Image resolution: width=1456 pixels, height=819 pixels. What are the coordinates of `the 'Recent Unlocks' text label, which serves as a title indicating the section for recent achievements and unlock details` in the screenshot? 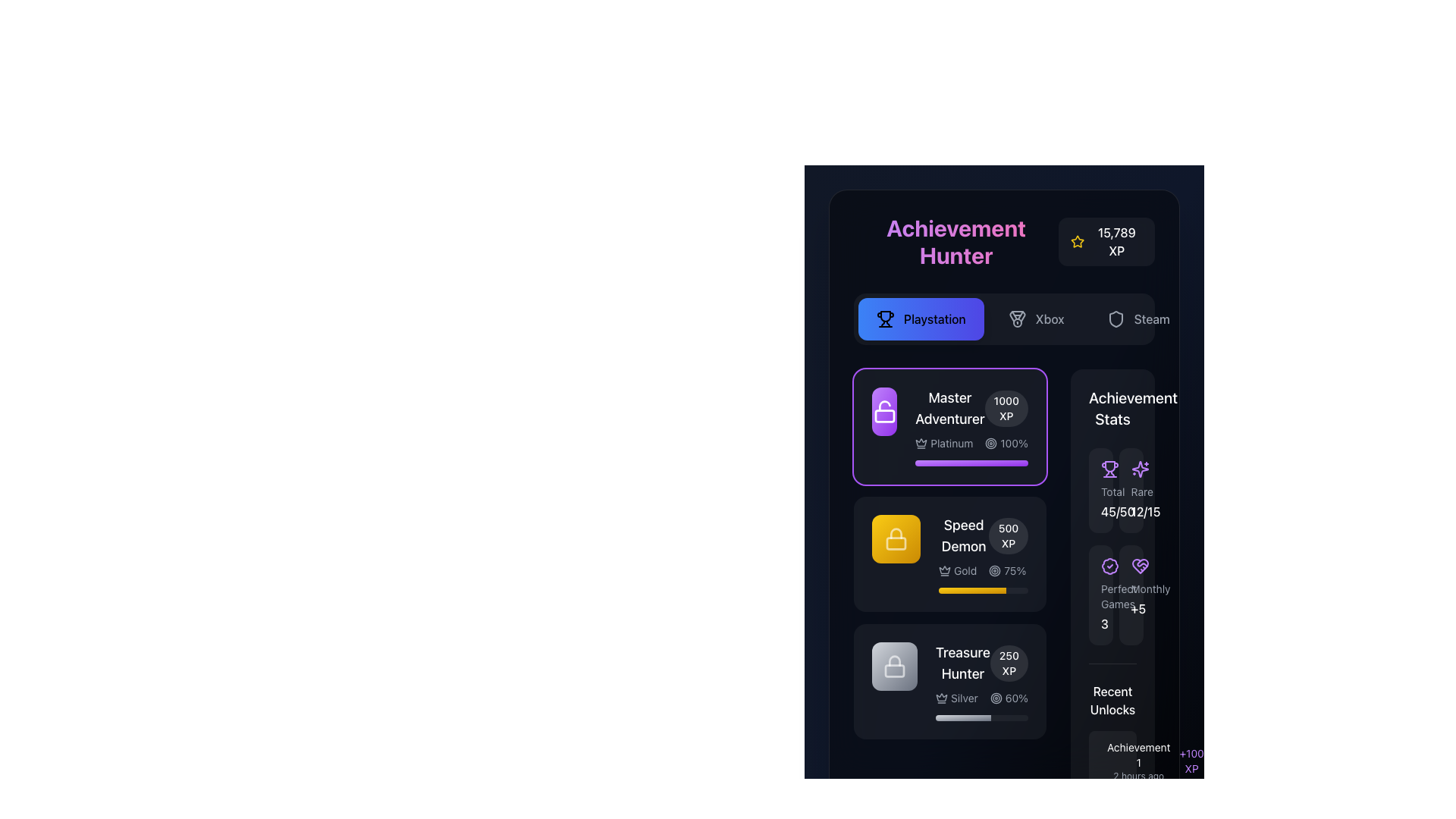 It's located at (1112, 701).